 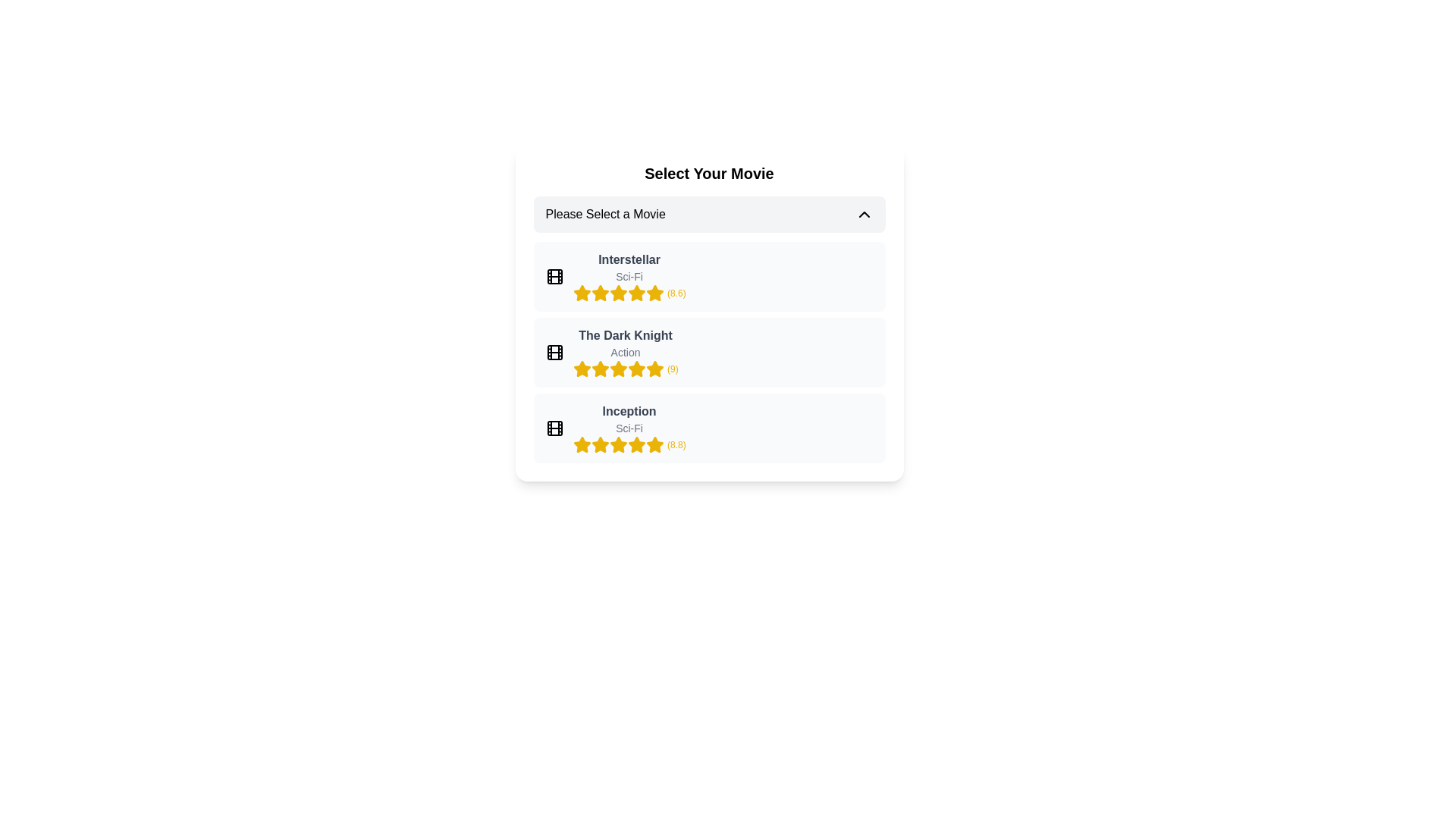 I want to click on the fourth star-shaped icon in the rating system for the movie 'The Dark Knight', which visually represents a rating of four out of five stars, so click(x=636, y=369).